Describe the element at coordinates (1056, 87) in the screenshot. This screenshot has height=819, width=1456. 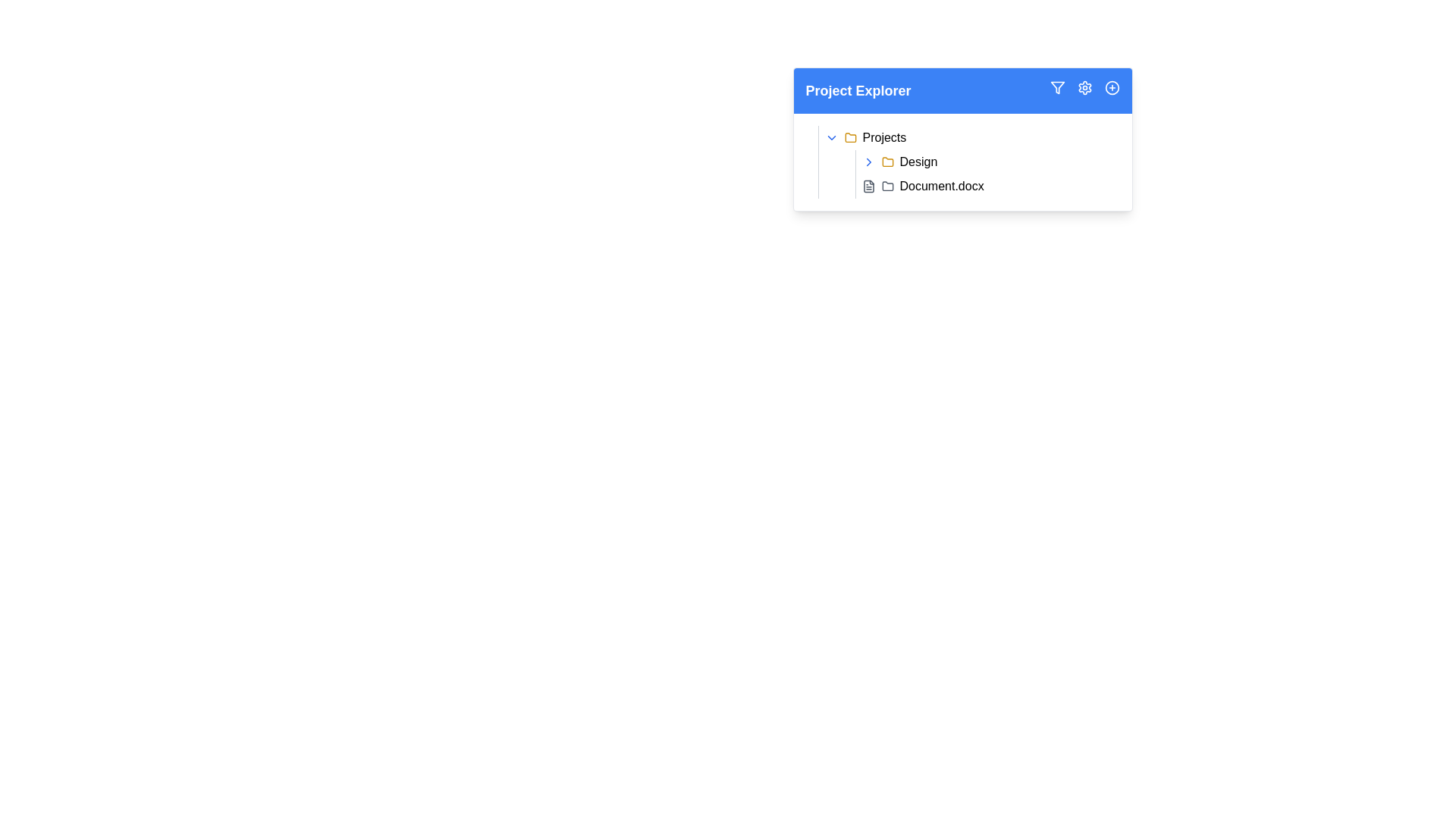
I see `the filter icon in the Project Explorer` at that location.